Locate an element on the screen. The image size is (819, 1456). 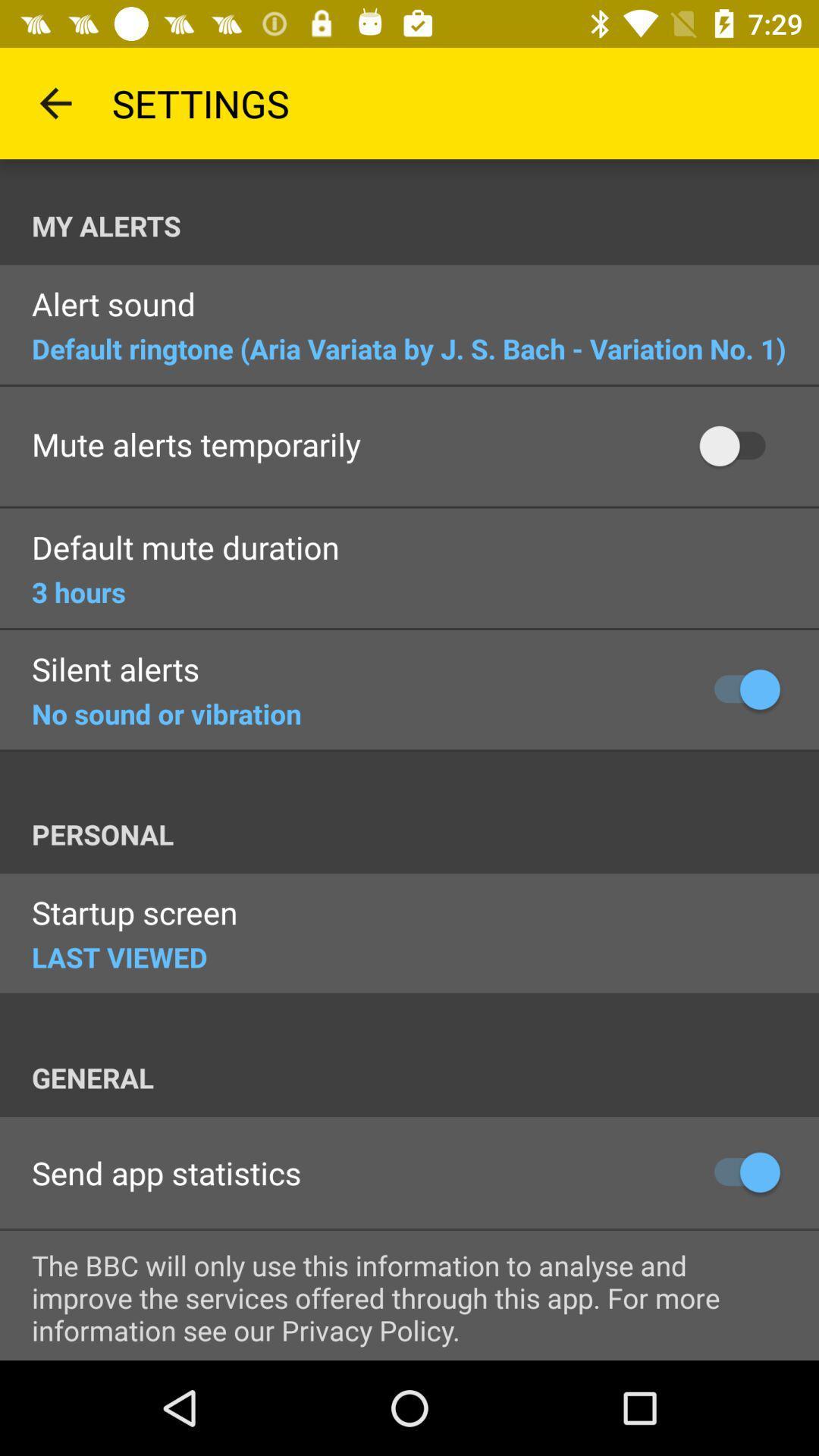
the item next to the settings item is located at coordinates (55, 102).